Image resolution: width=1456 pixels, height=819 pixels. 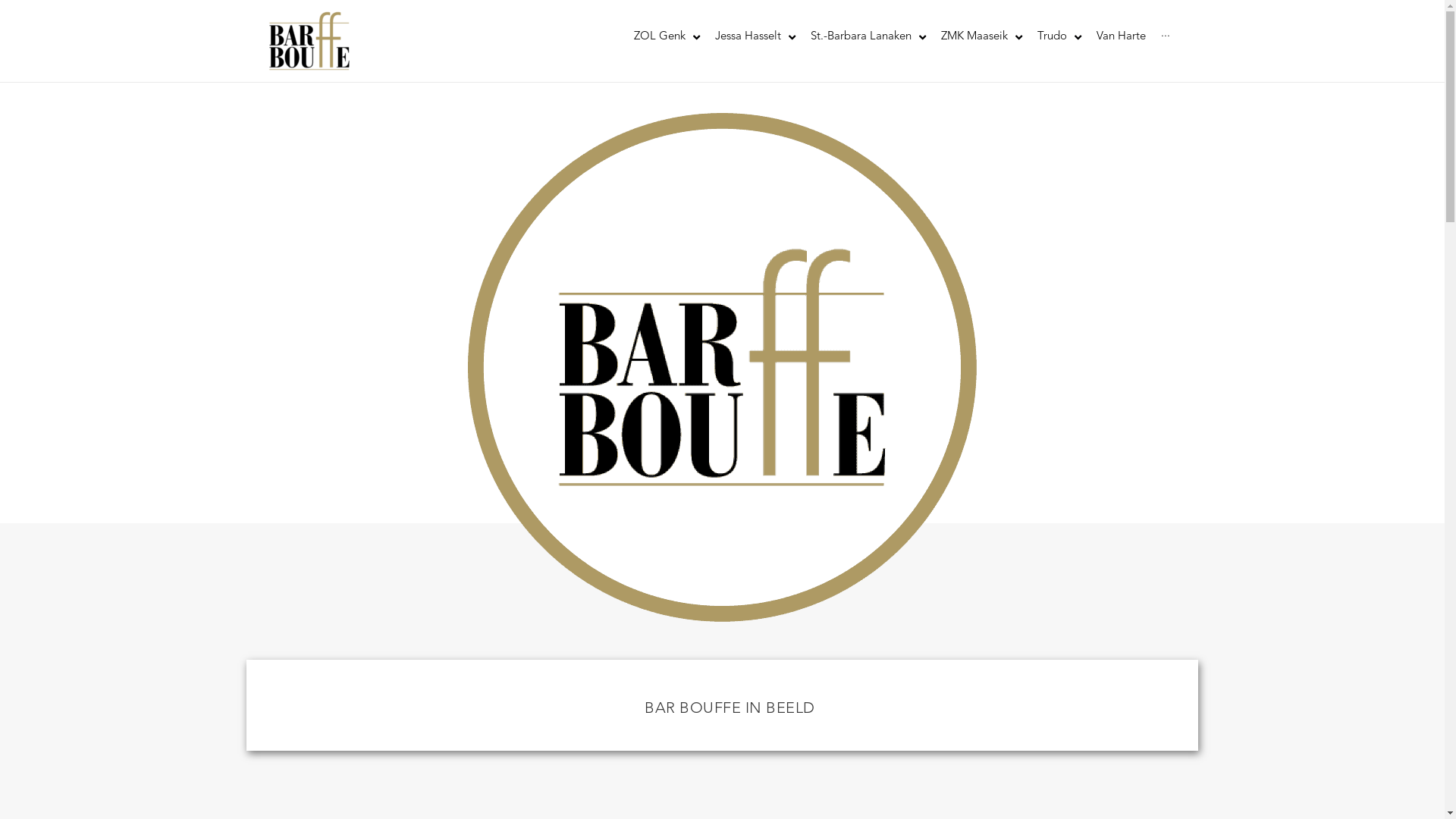 I want to click on 'ZOL Genk', so click(x=667, y=36).